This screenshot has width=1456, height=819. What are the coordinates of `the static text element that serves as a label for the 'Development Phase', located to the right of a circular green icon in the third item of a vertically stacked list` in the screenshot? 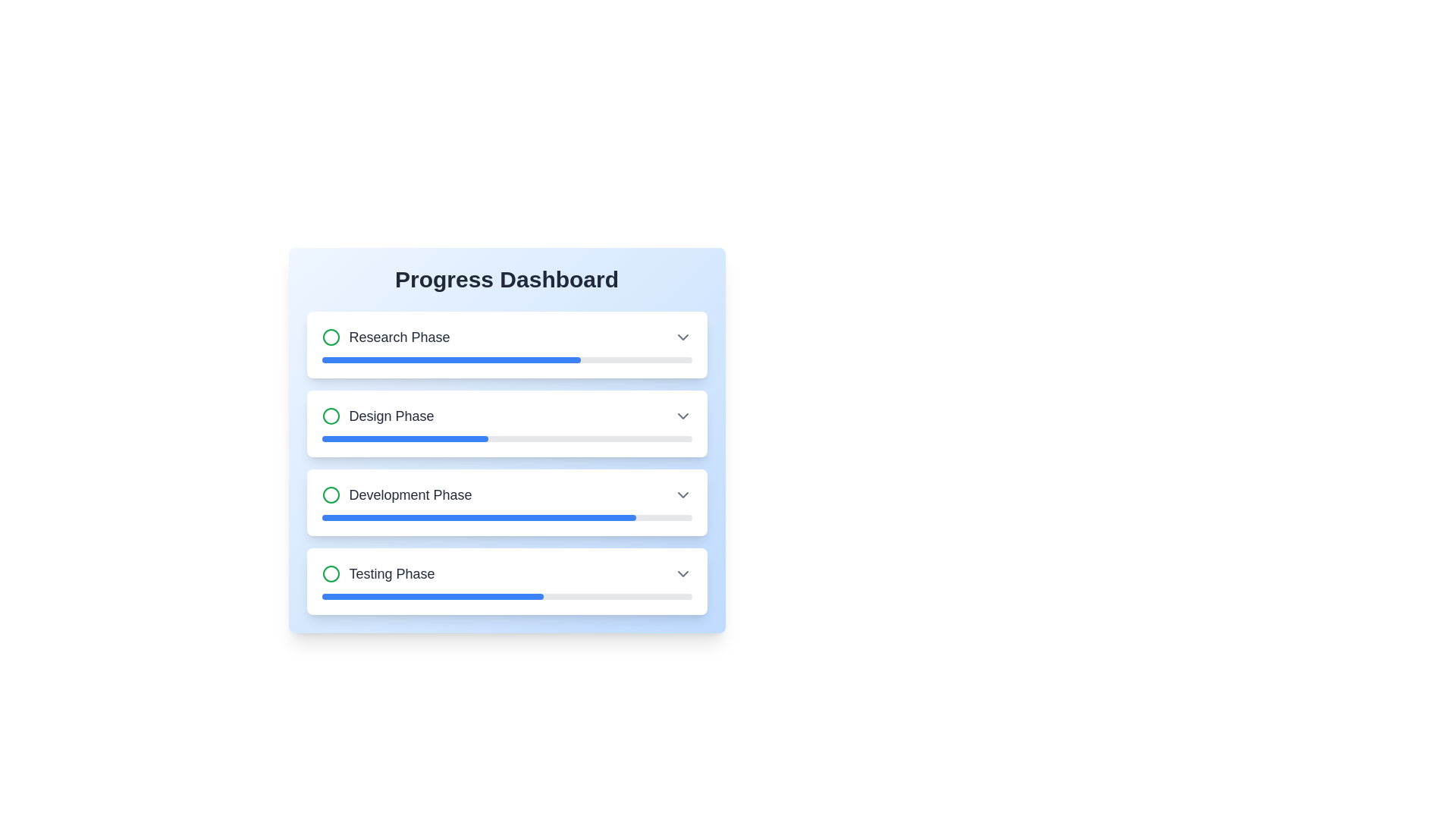 It's located at (410, 494).